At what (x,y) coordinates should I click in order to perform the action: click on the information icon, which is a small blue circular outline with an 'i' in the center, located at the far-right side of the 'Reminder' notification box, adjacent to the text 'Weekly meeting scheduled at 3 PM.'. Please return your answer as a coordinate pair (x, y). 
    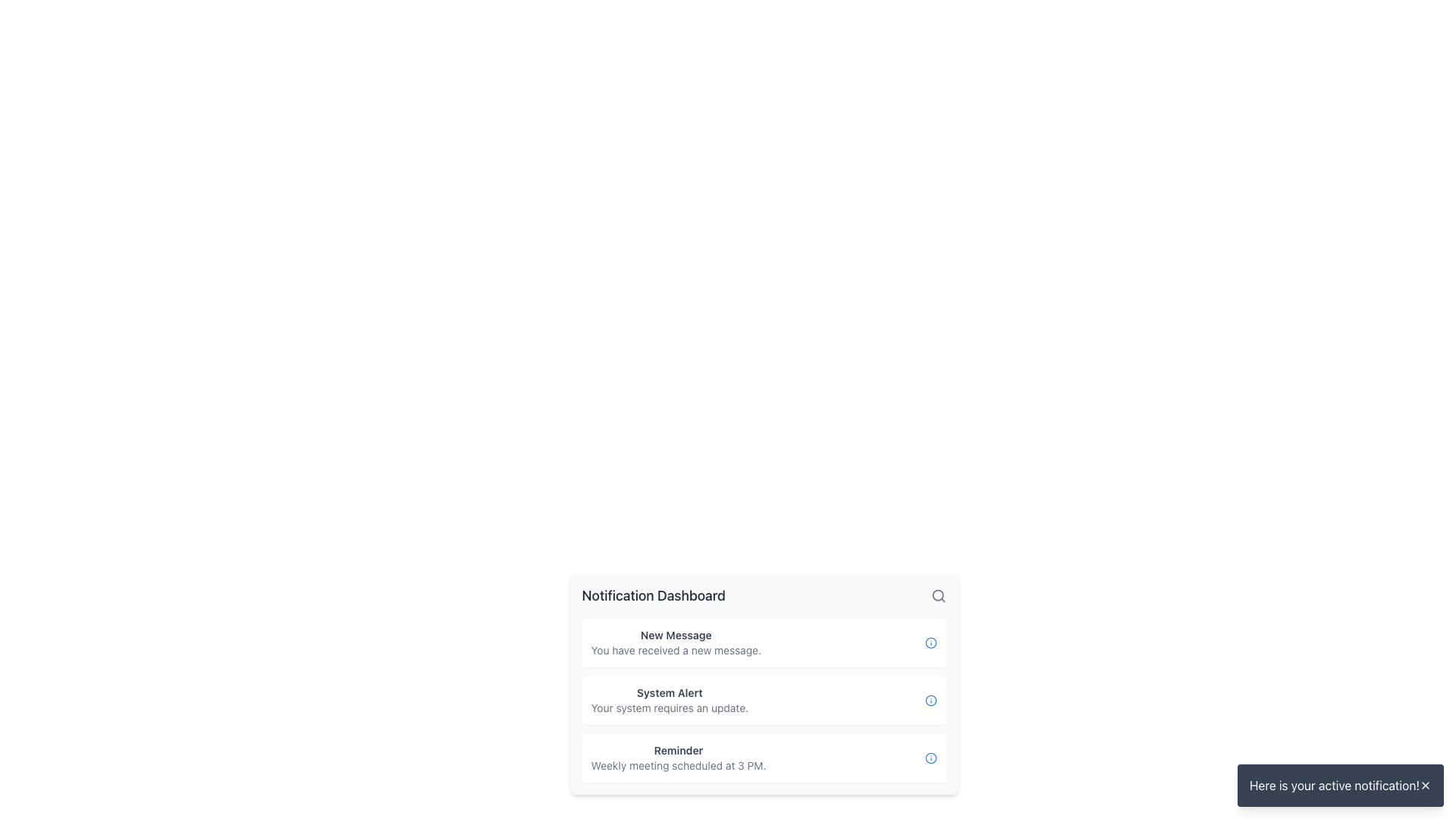
    Looking at the image, I should click on (930, 758).